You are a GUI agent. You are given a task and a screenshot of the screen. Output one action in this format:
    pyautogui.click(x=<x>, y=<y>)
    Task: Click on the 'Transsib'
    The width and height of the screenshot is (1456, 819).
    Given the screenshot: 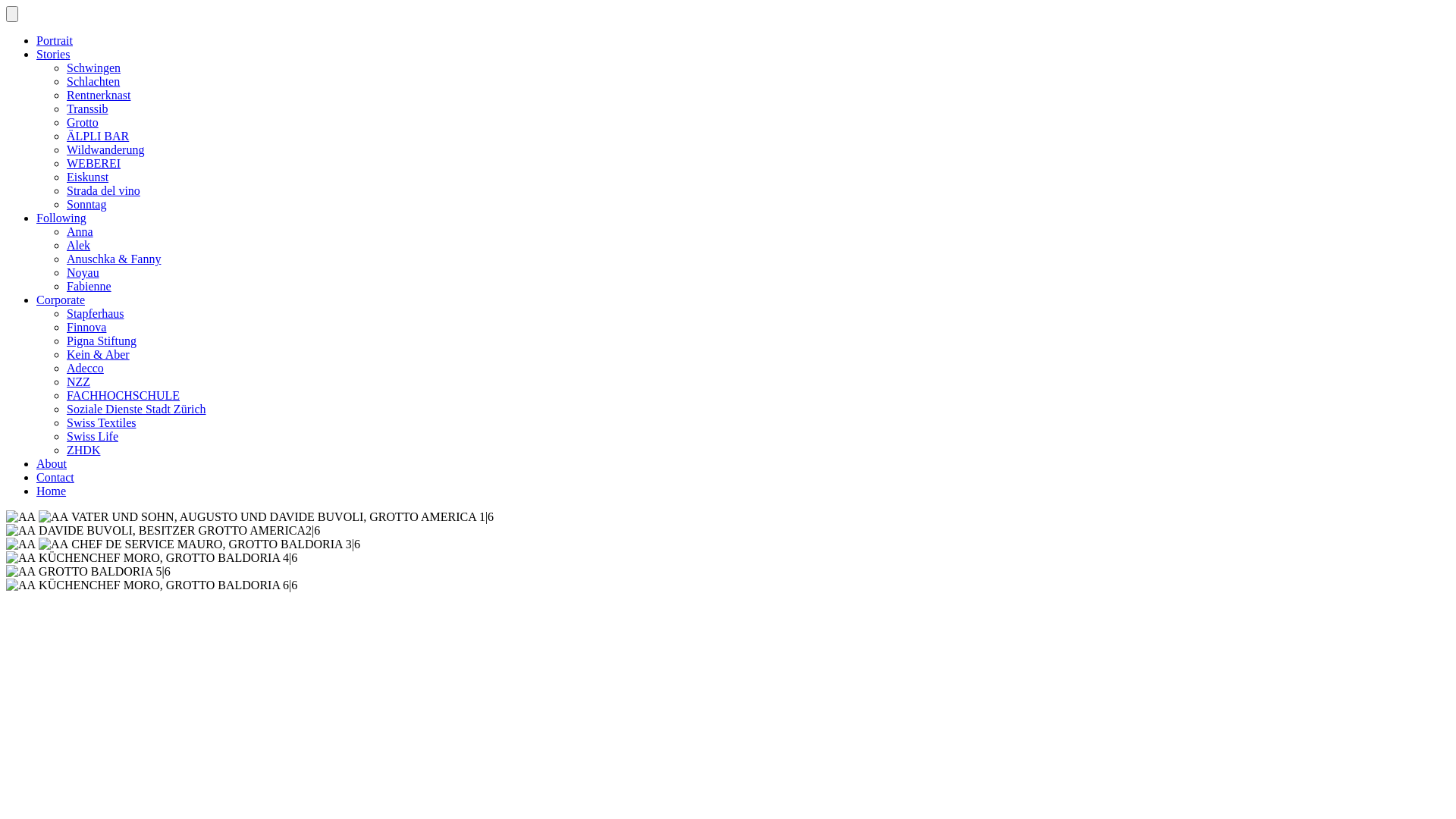 What is the action you would take?
    pyautogui.click(x=65, y=108)
    